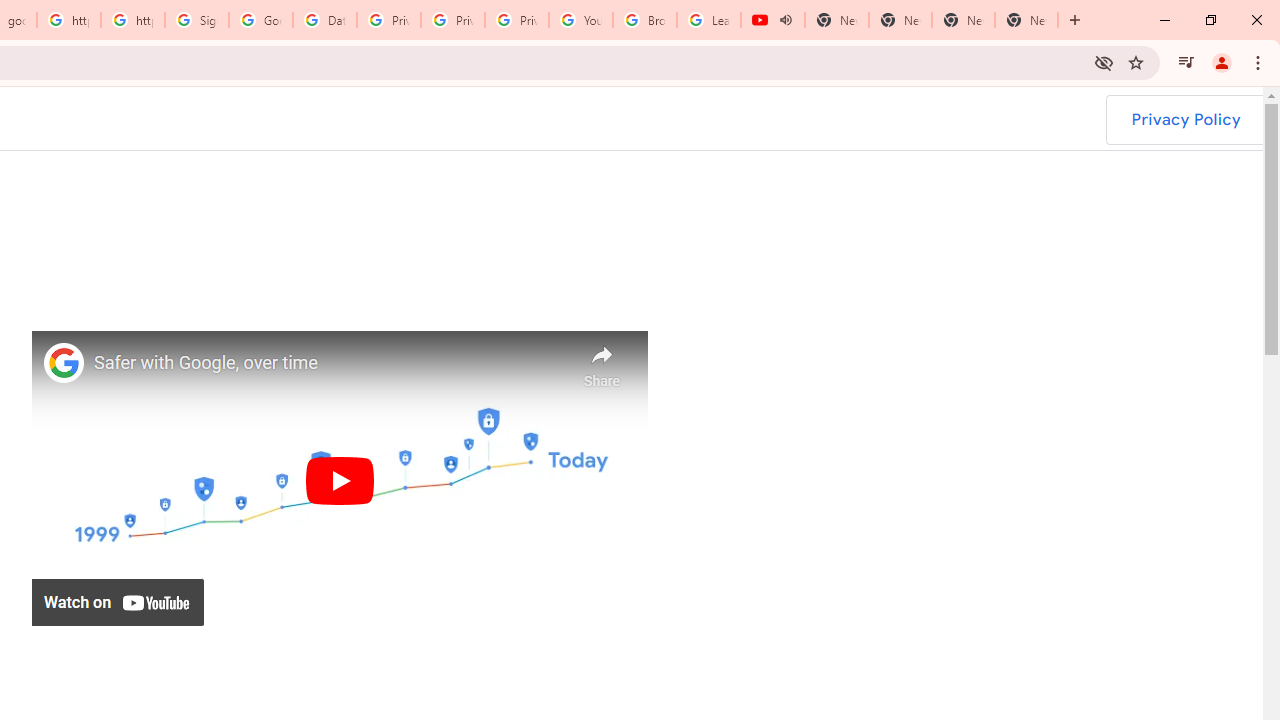 This screenshot has width=1280, height=720. I want to click on 'Browse Chrome as a guest - Computer - Google Chrome Help', so click(645, 20).